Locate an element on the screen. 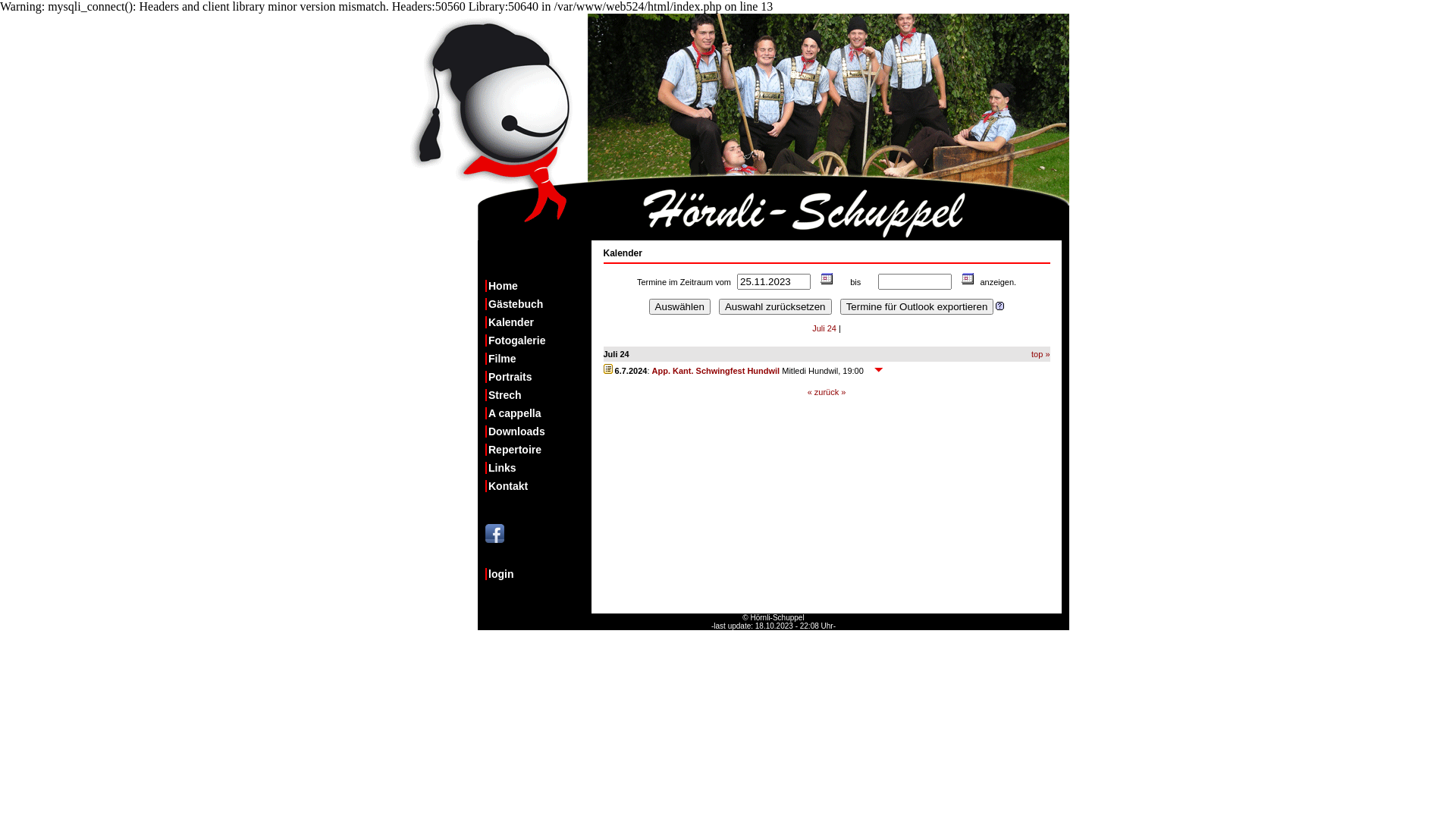 The image size is (1456, 819). 'App. Kant. Schwingfest Hundwil' is located at coordinates (715, 371).